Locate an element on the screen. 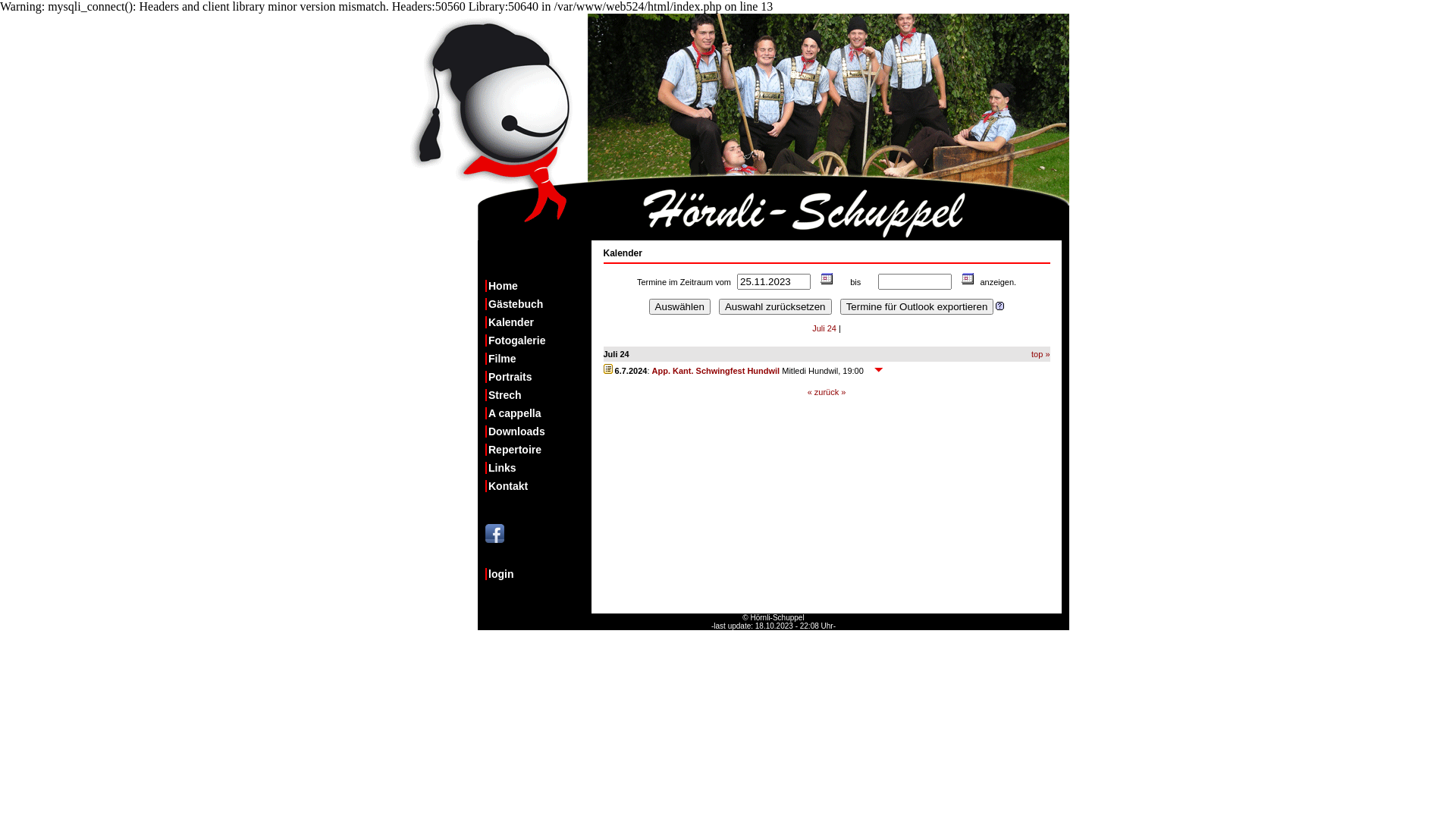 The image size is (1456, 819). 'App. Kant. Schwingfest Hundwil' is located at coordinates (715, 371).